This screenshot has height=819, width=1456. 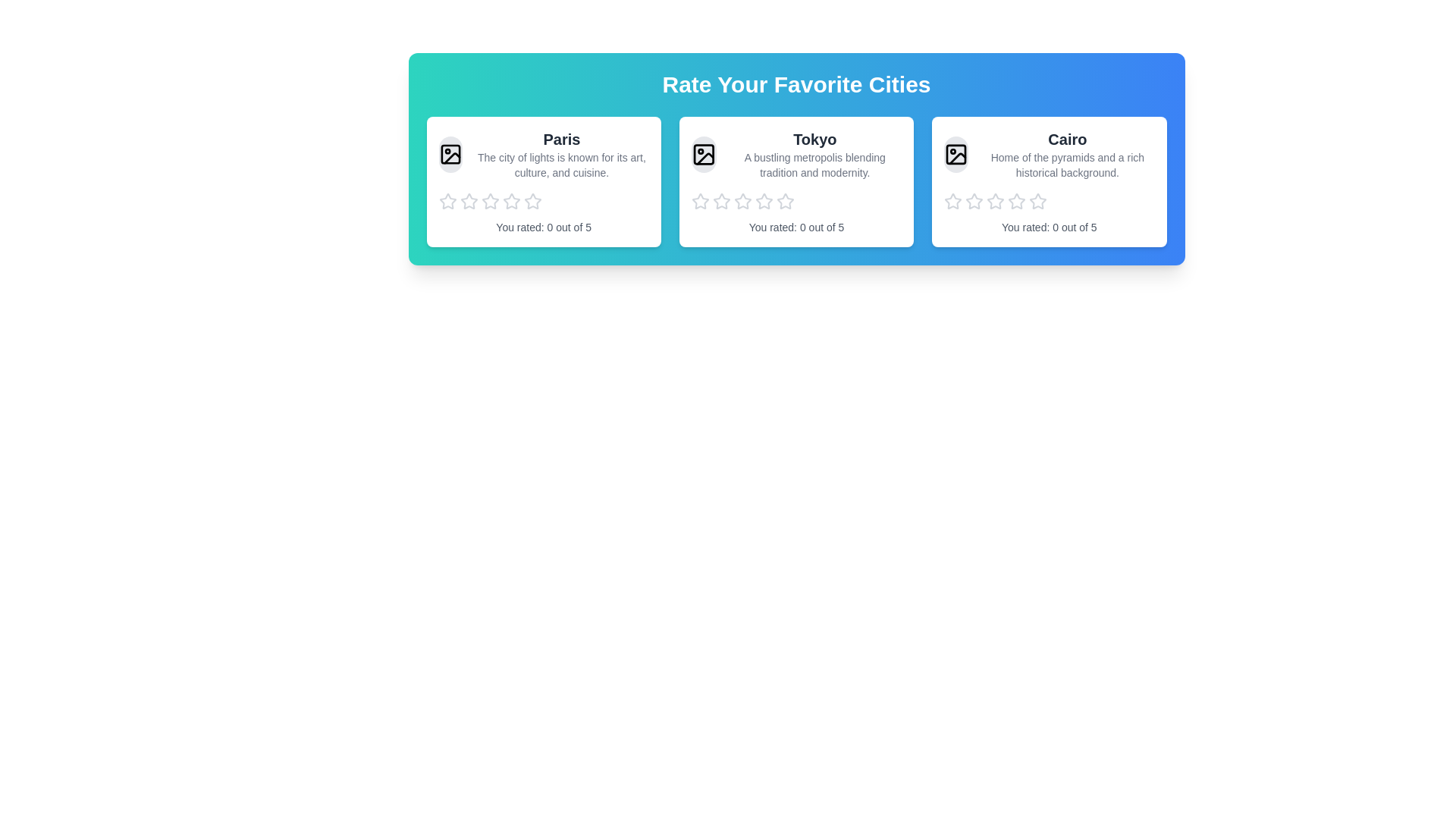 What do you see at coordinates (814, 140) in the screenshot?
I see `Heading text that serves as the title for the Tokyo card, located at the horizontal center of the page, above the descriptive text` at bounding box center [814, 140].